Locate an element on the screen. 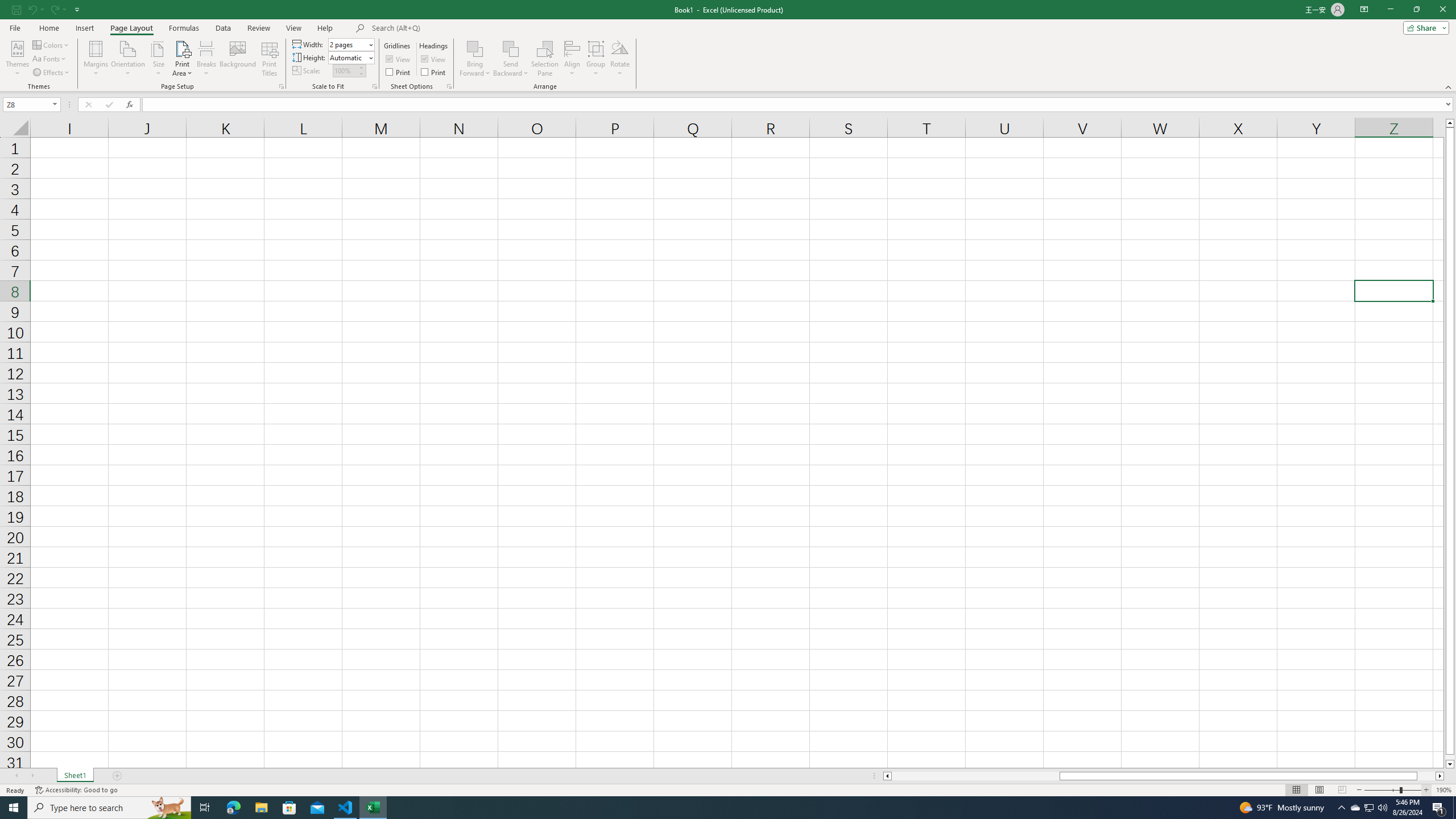 This screenshot has width=1456, height=819. 'Formulas' is located at coordinates (185, 28).